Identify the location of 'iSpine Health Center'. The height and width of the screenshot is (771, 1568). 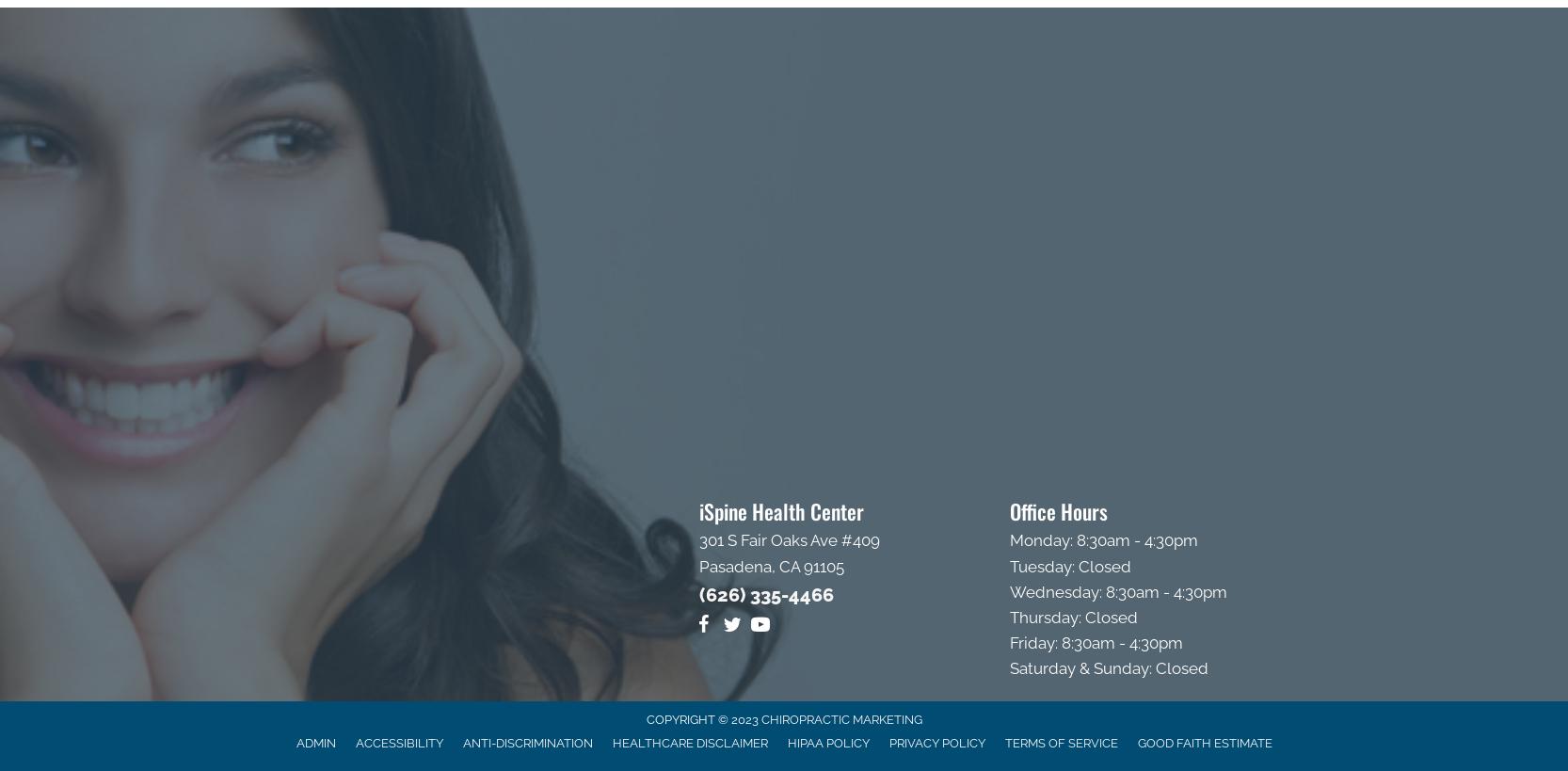
(699, 510).